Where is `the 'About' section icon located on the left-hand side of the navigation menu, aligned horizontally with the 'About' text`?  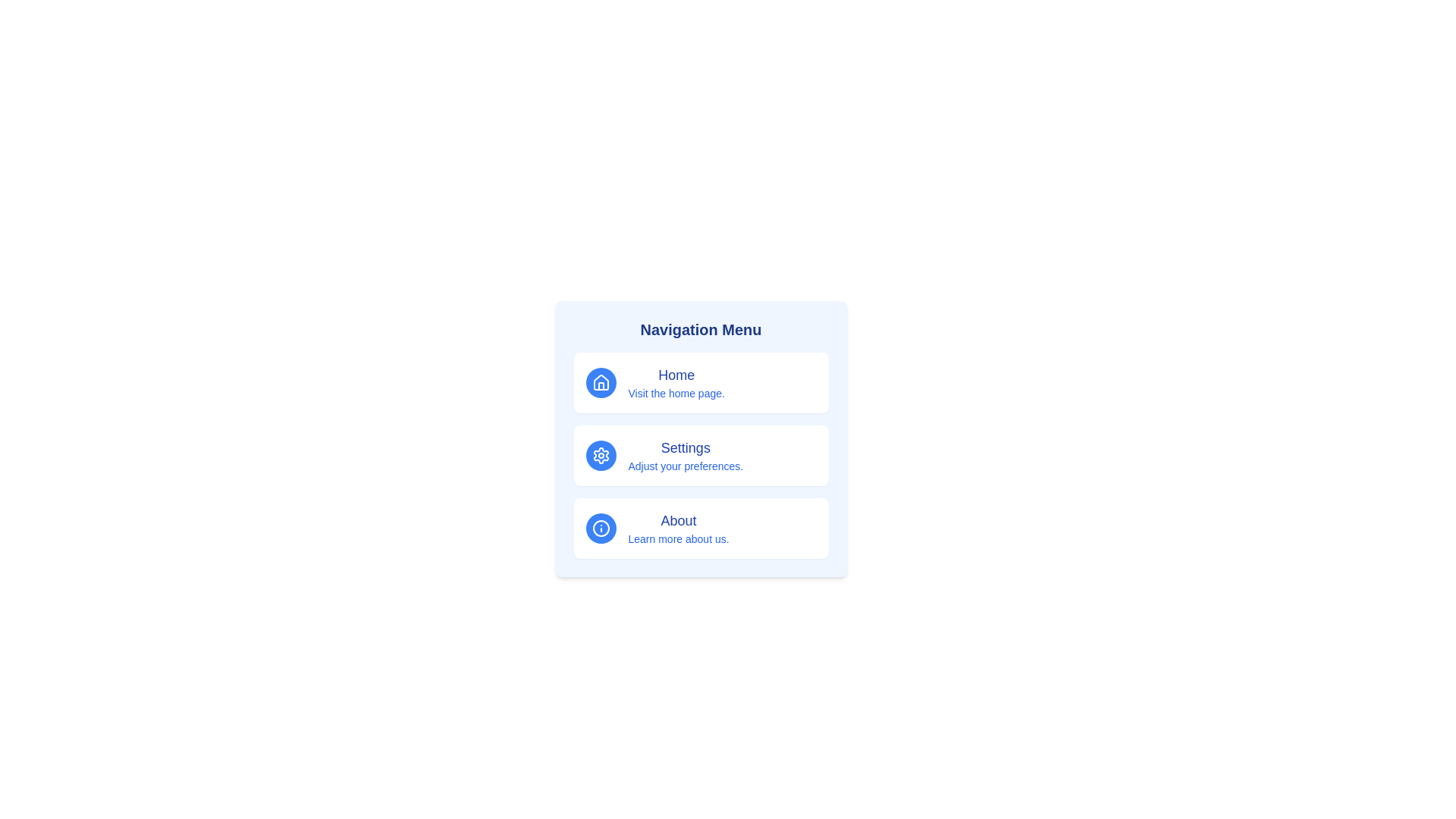
the 'About' section icon located on the left-hand side of the navigation menu, aligned horizontally with the 'About' text is located at coordinates (600, 528).